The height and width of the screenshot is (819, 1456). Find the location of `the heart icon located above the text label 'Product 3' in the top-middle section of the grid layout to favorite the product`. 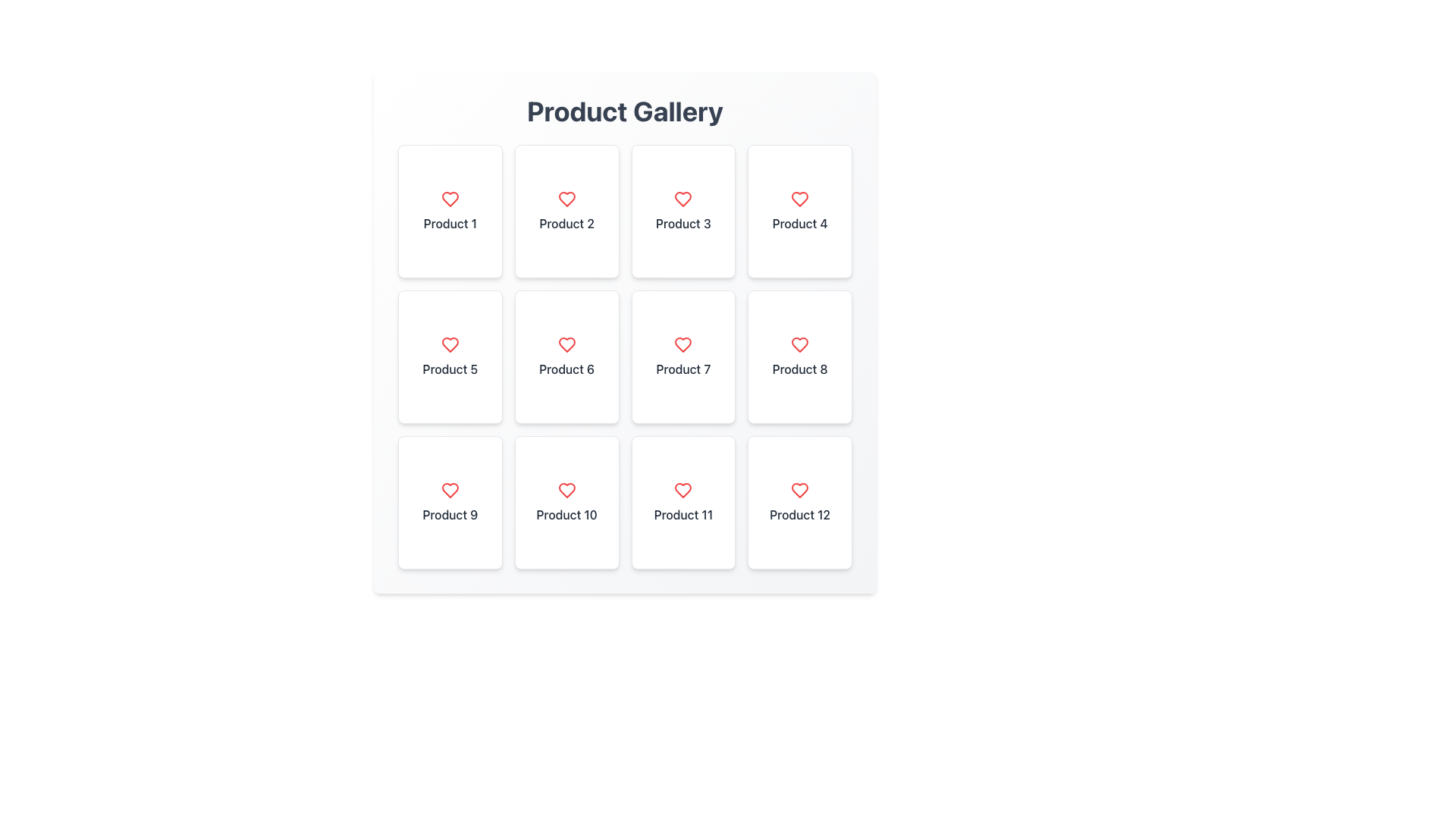

the heart icon located above the text label 'Product 3' in the top-middle section of the grid layout to favorite the product is located at coordinates (682, 198).